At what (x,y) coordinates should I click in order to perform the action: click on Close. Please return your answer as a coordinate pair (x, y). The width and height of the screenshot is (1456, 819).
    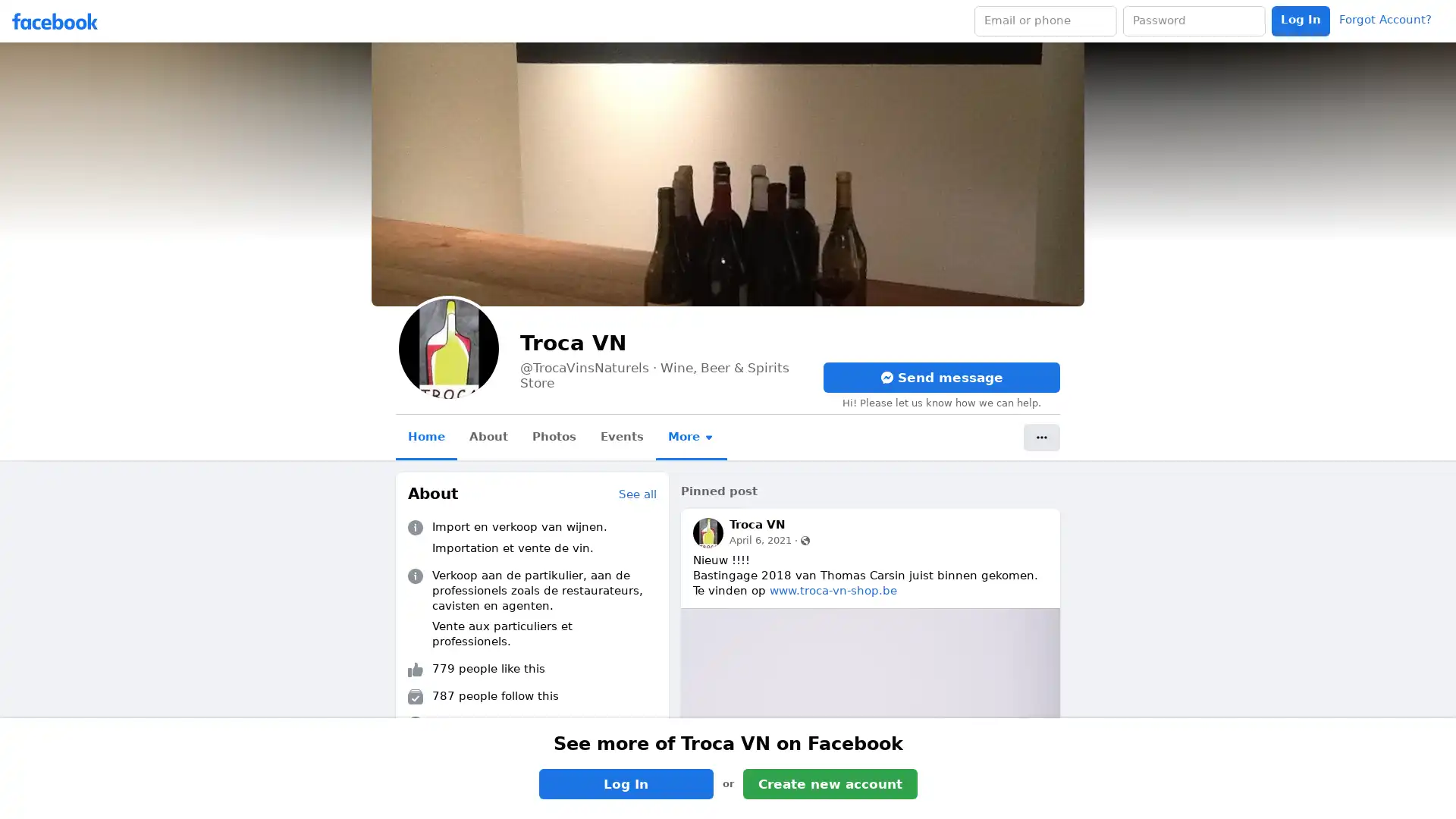
    Looking at the image, I should click on (910, 359).